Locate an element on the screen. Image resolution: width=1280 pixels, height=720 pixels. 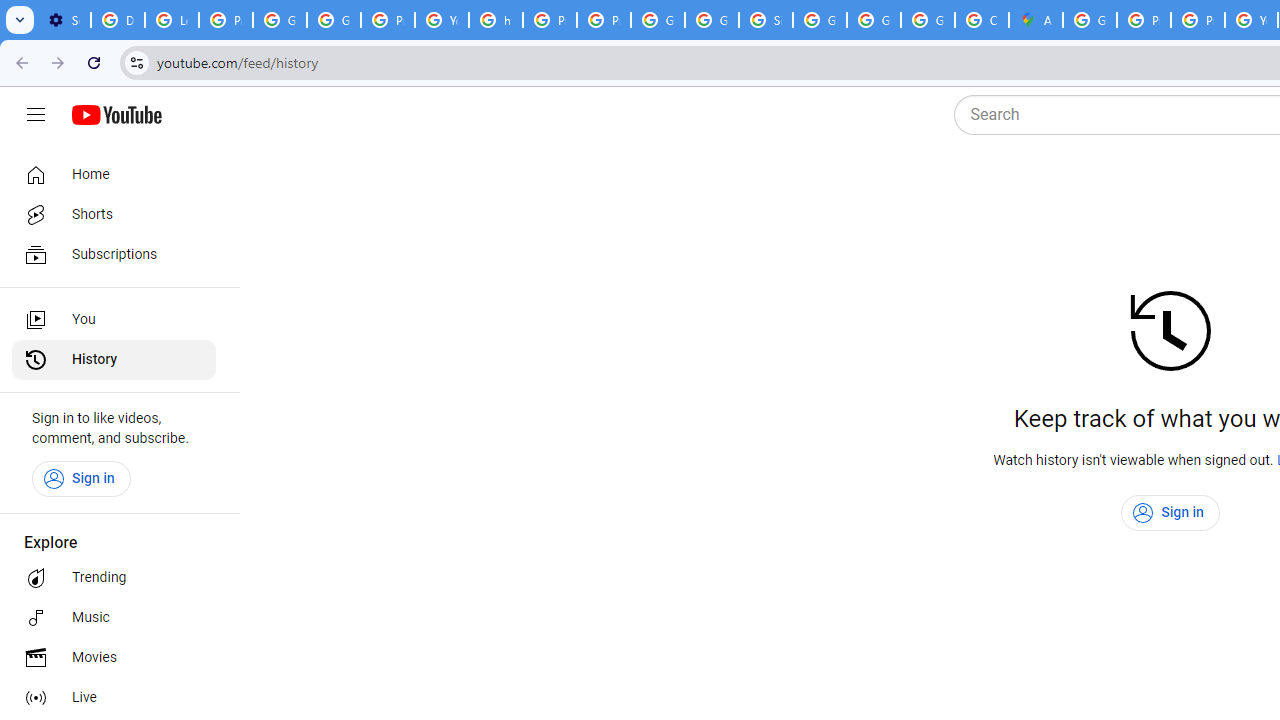
'Music' is located at coordinates (112, 617).